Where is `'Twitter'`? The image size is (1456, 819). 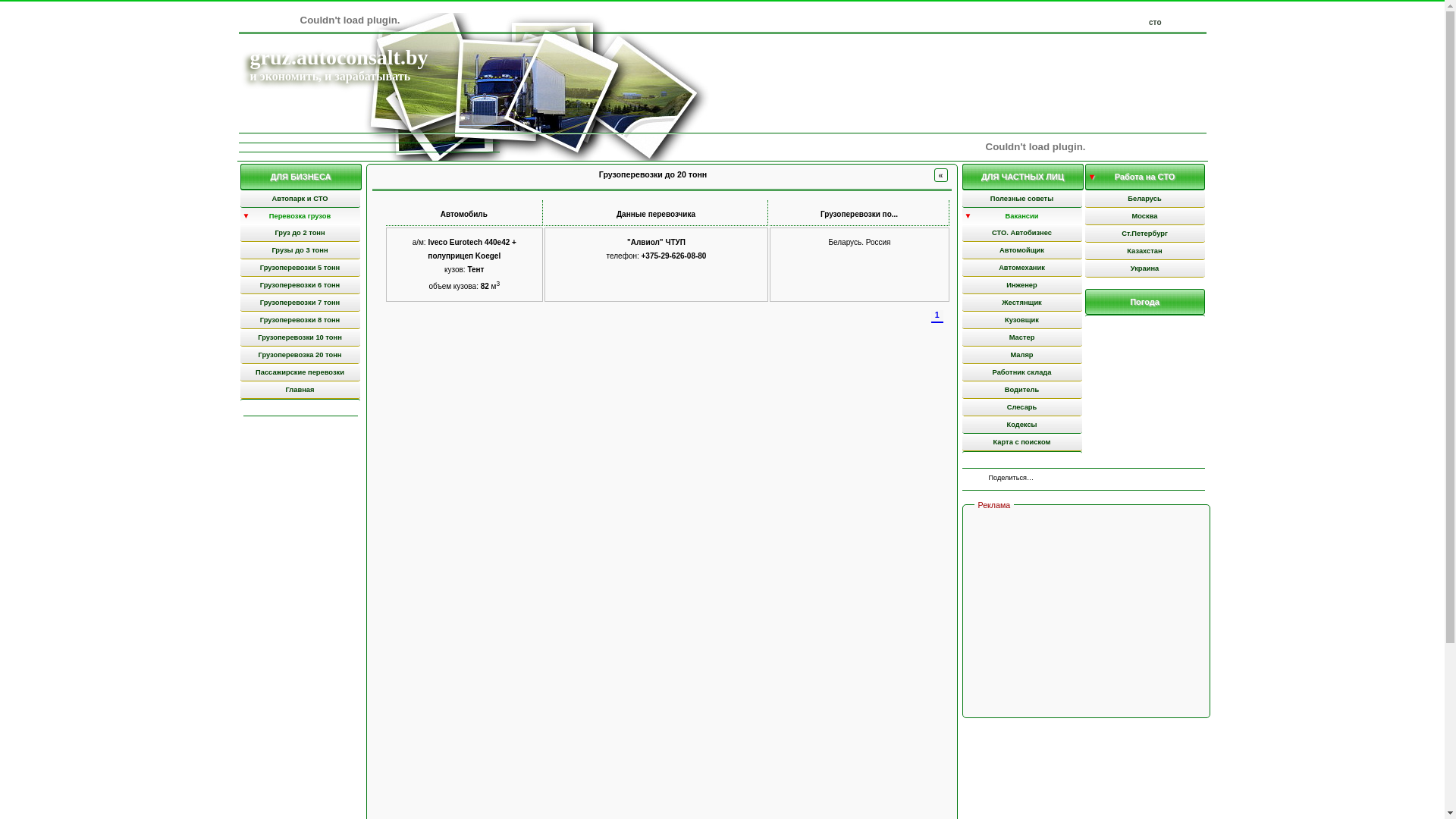 'Twitter' is located at coordinates (1072, 479).